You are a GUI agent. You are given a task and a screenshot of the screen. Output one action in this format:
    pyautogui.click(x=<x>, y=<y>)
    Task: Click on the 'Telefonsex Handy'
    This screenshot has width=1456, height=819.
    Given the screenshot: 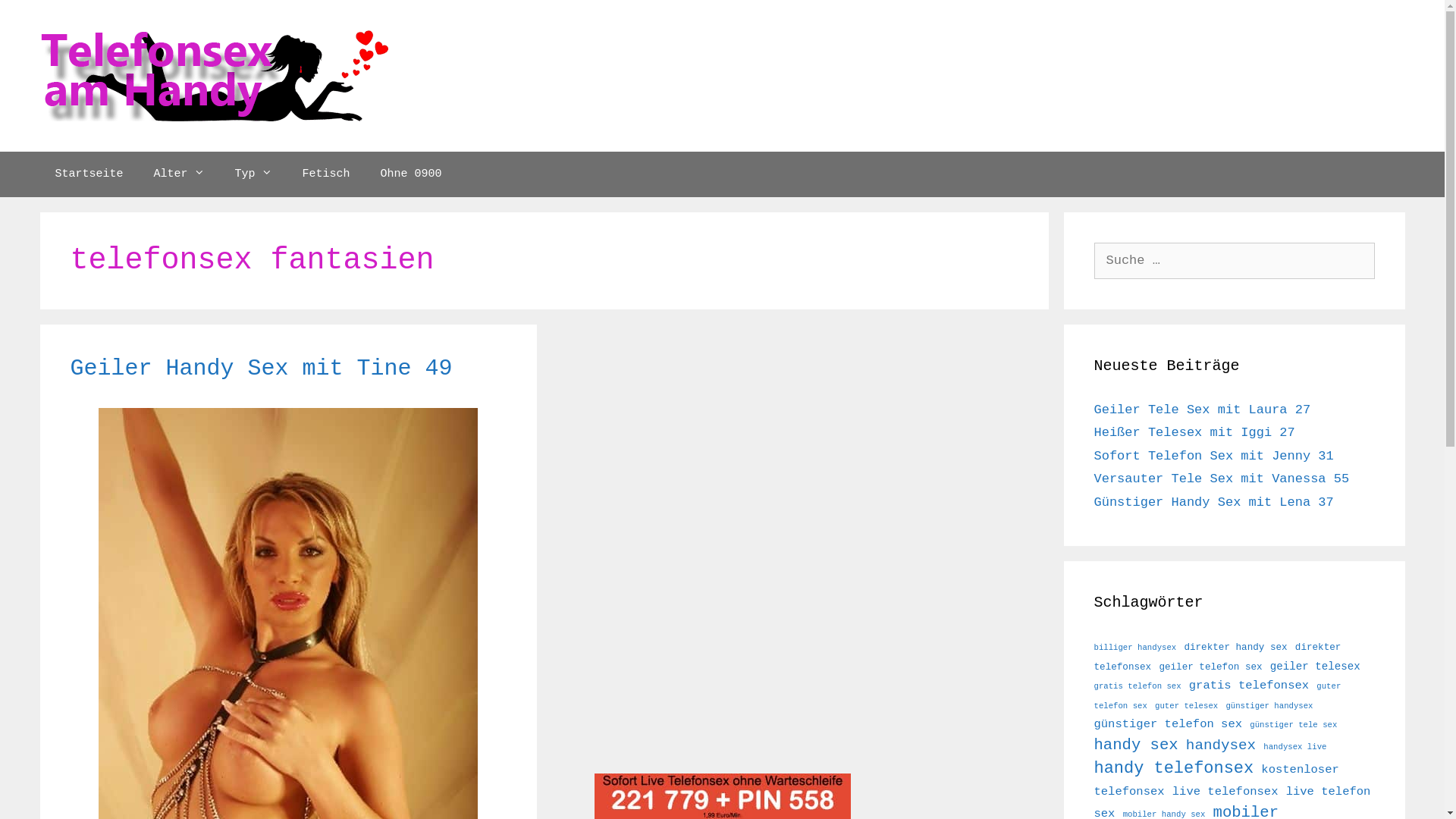 What is the action you would take?
    pyautogui.click(x=213, y=75)
    